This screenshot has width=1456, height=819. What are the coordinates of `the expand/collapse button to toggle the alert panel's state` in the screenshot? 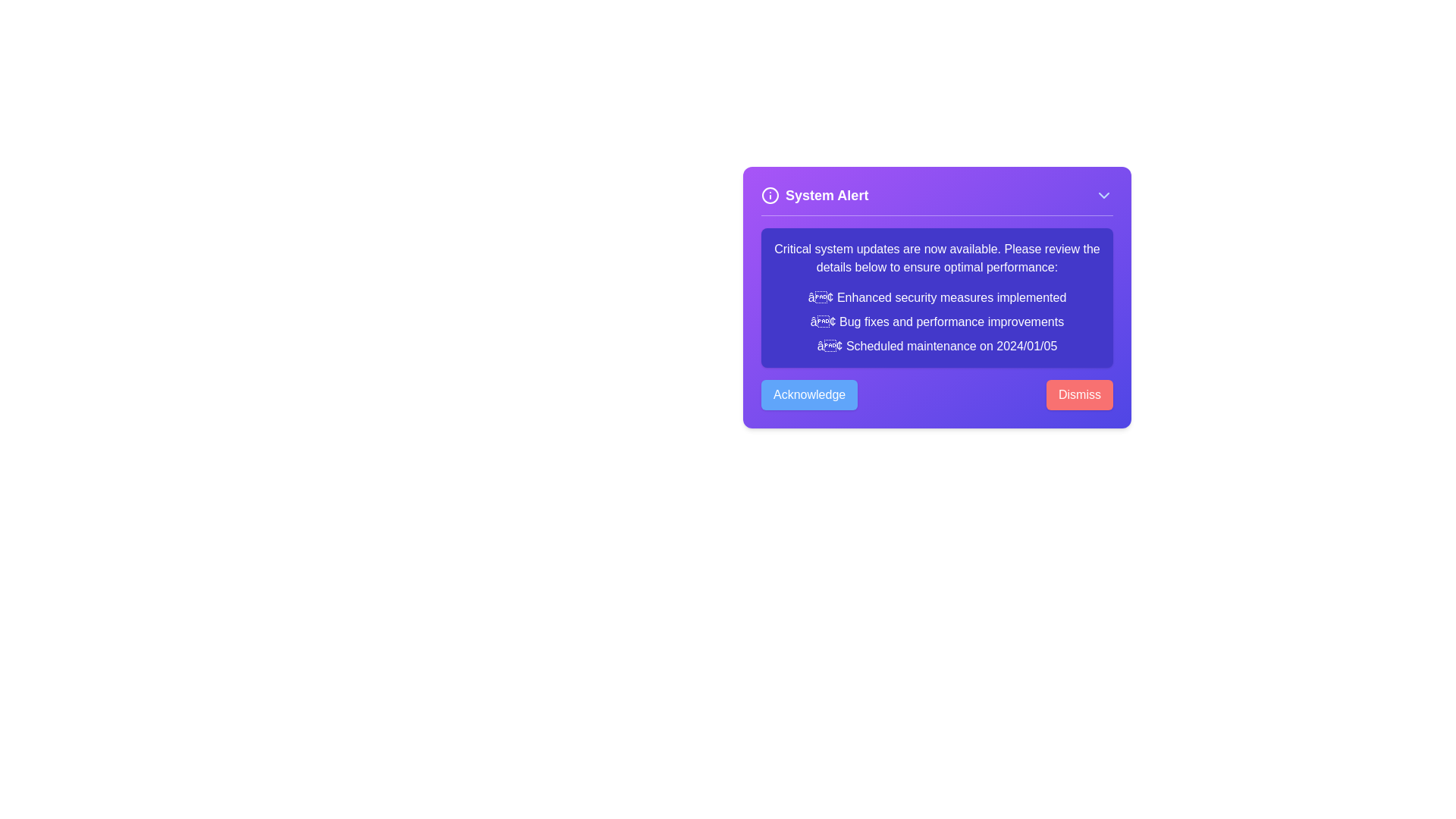 It's located at (1103, 195).